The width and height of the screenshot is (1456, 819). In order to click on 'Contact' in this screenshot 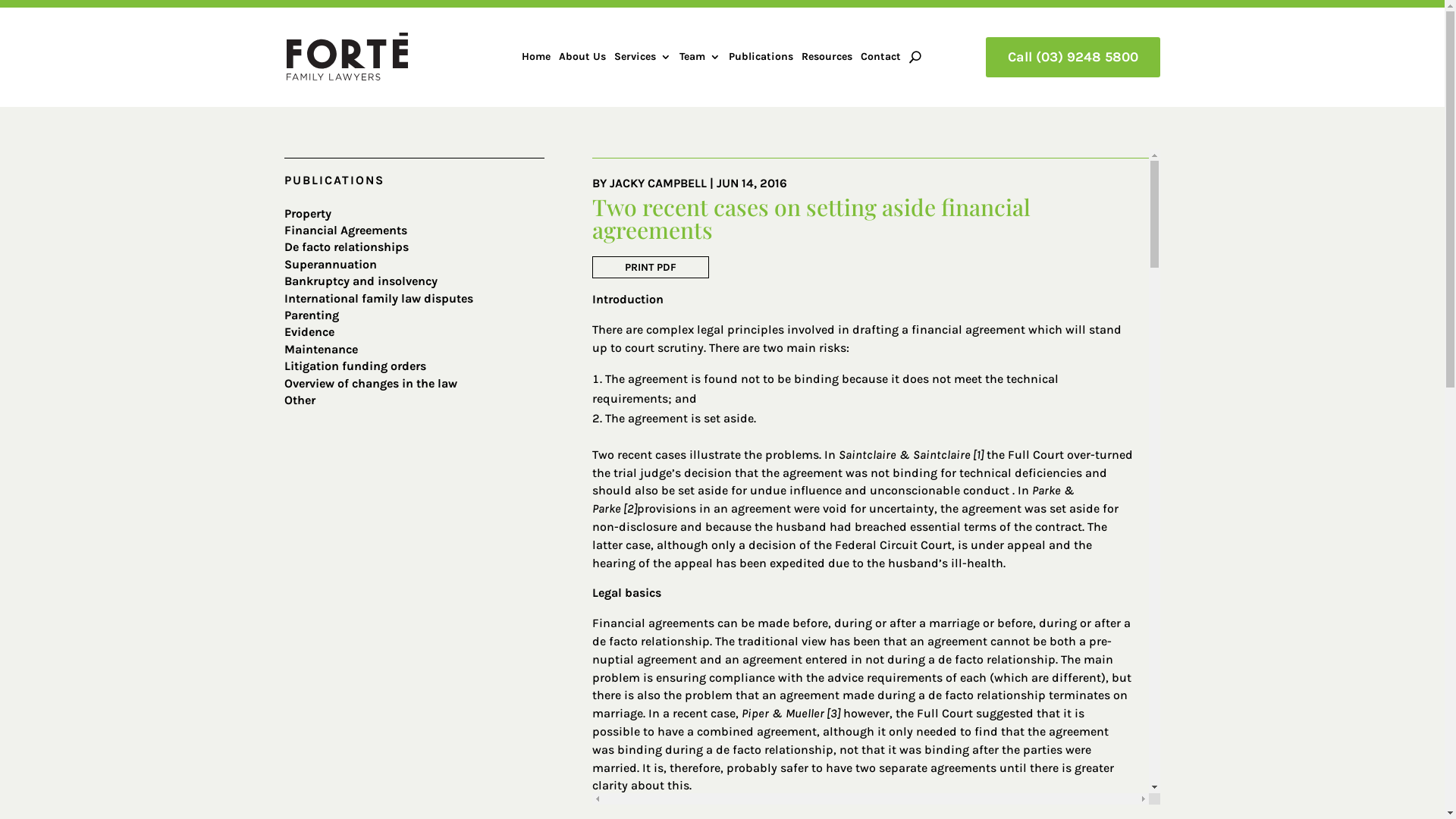, I will do `click(860, 58)`.